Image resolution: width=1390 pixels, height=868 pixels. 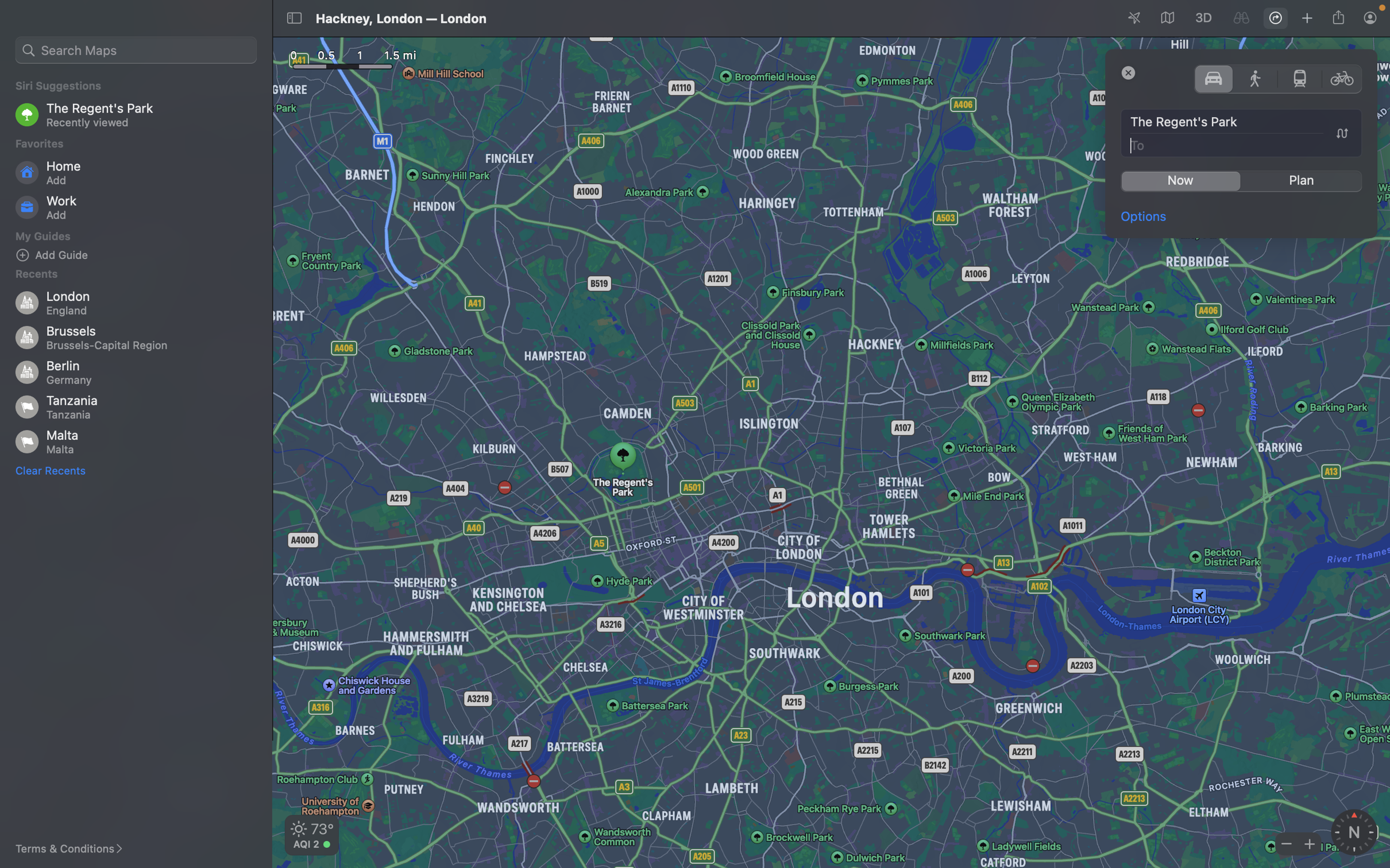 What do you see at coordinates (1213, 77) in the screenshot?
I see `Change transit mode to driving` at bounding box center [1213, 77].